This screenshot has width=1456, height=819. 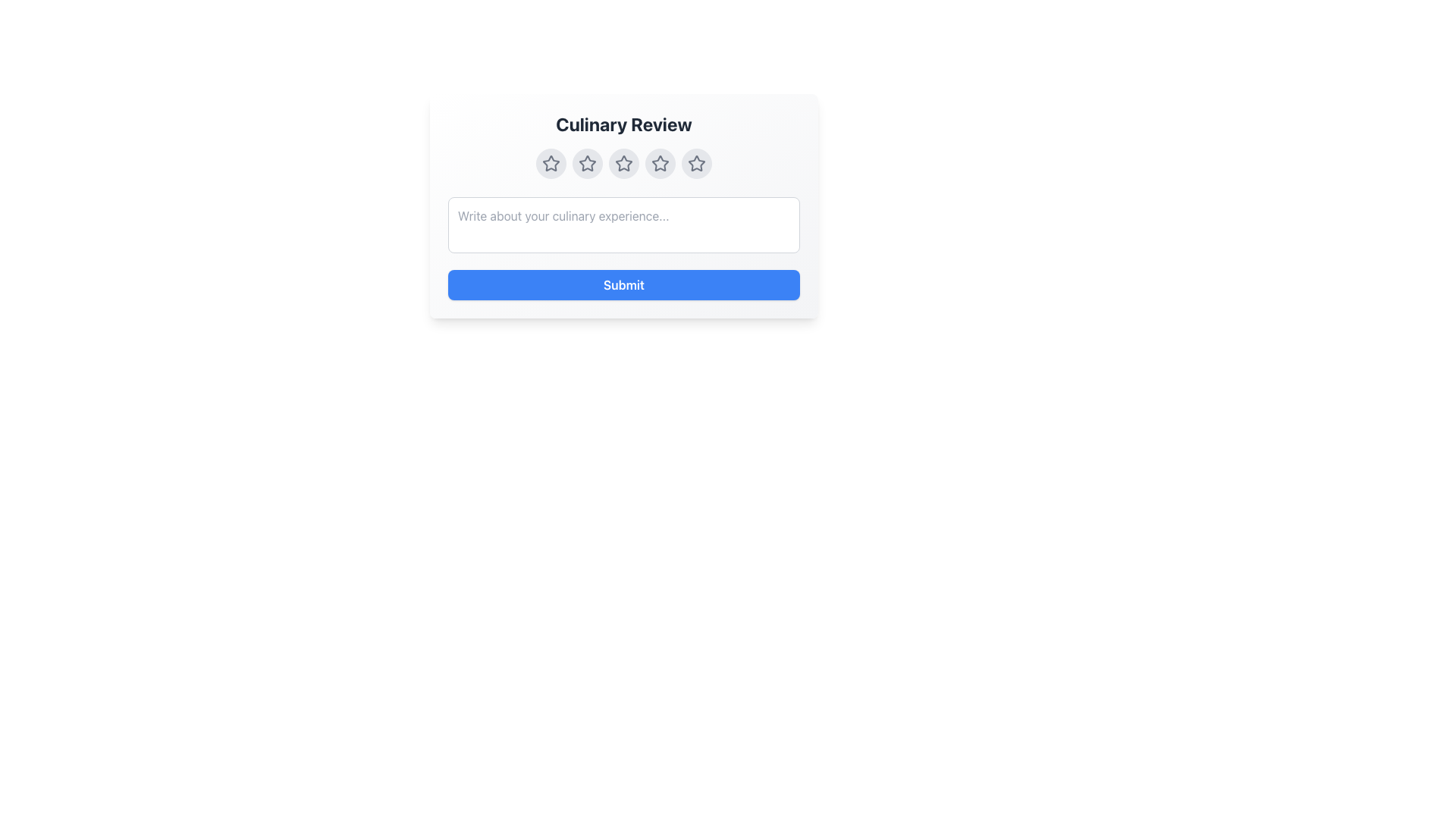 I want to click on the last star icon in the rating selector, so click(x=695, y=164).